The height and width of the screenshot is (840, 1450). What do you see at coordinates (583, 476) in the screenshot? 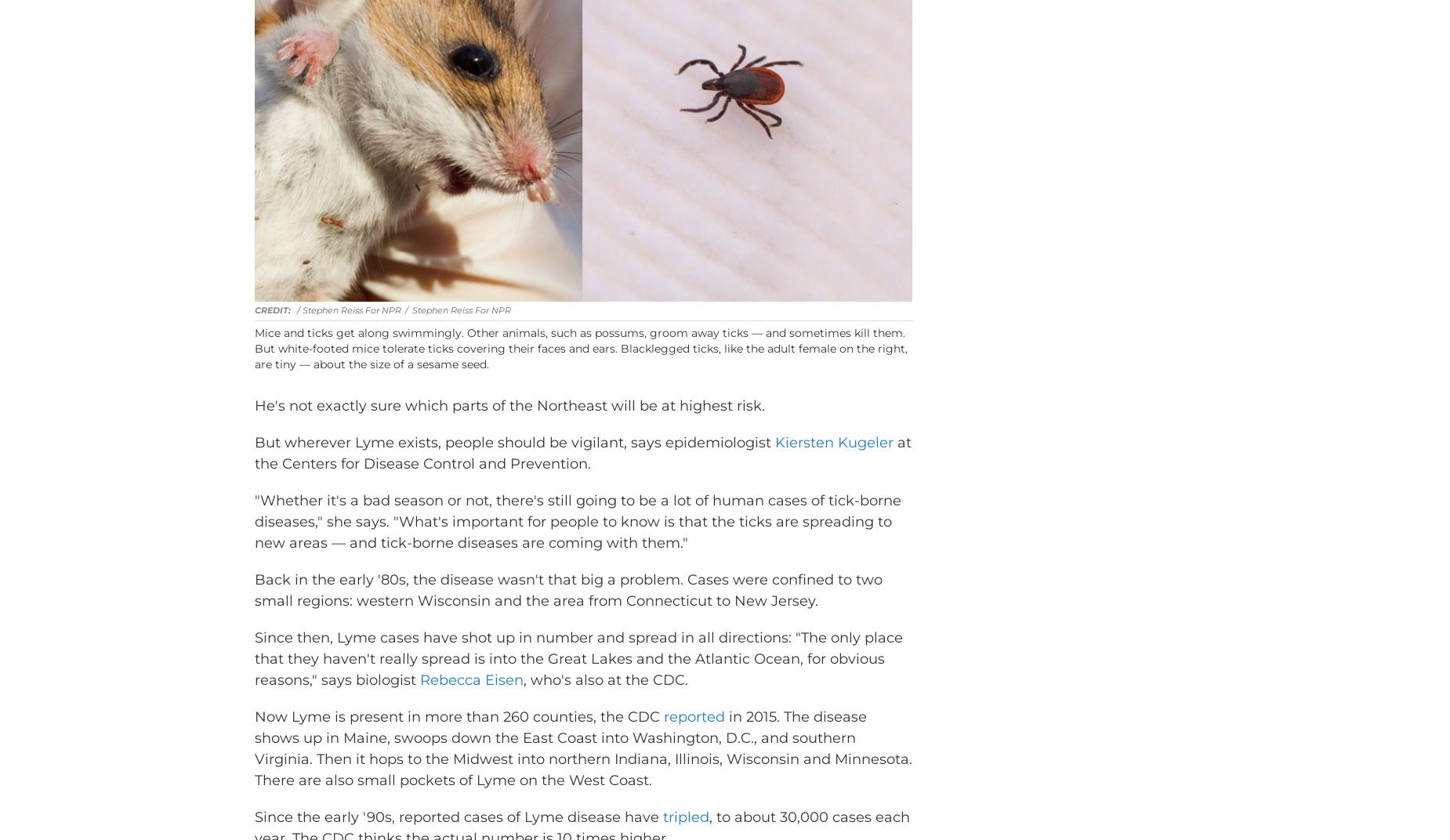
I see `'at the Centers for Disease Control and Prevention.'` at bounding box center [583, 476].